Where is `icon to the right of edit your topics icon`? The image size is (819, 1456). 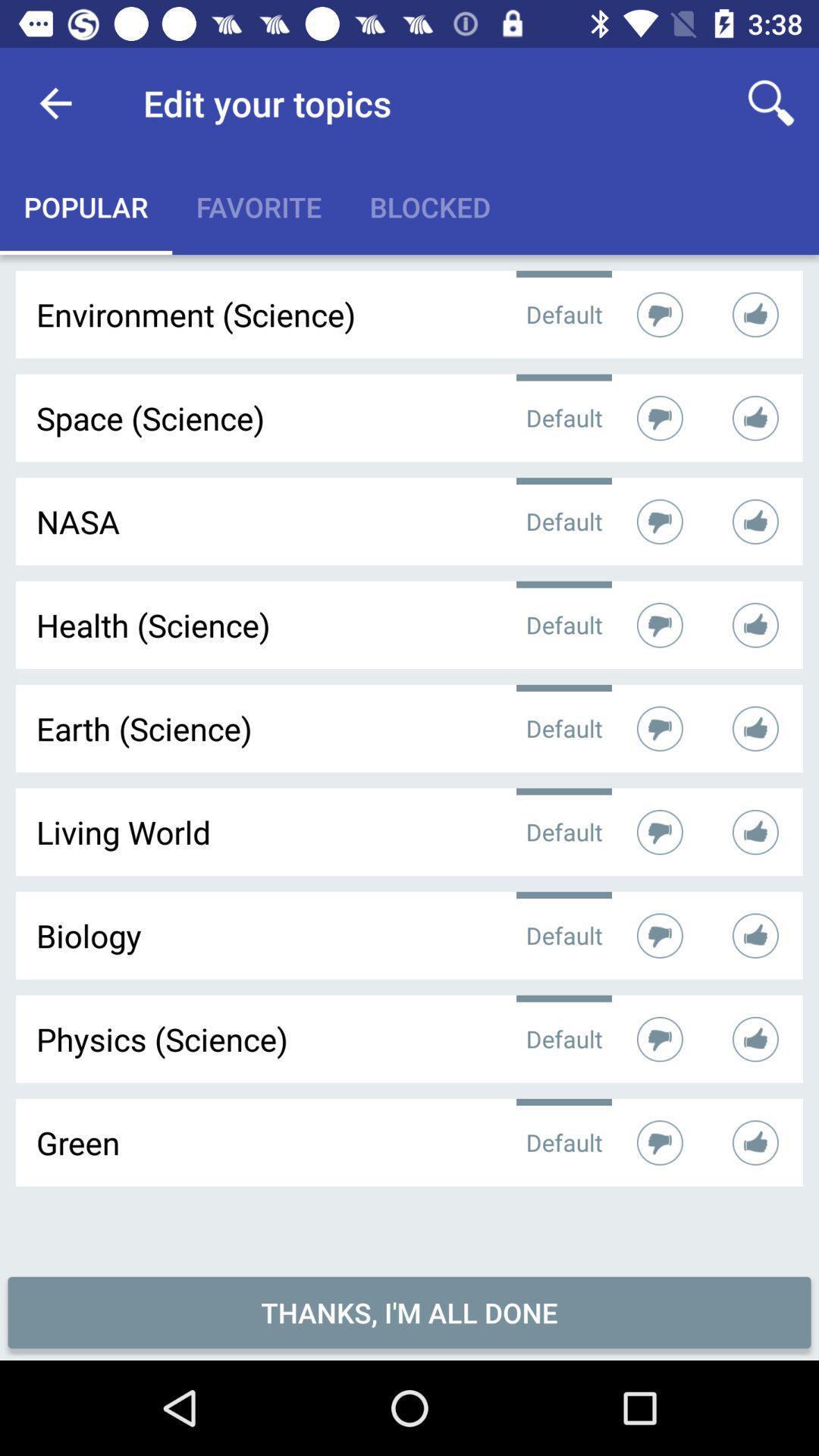 icon to the right of edit your topics icon is located at coordinates (771, 102).